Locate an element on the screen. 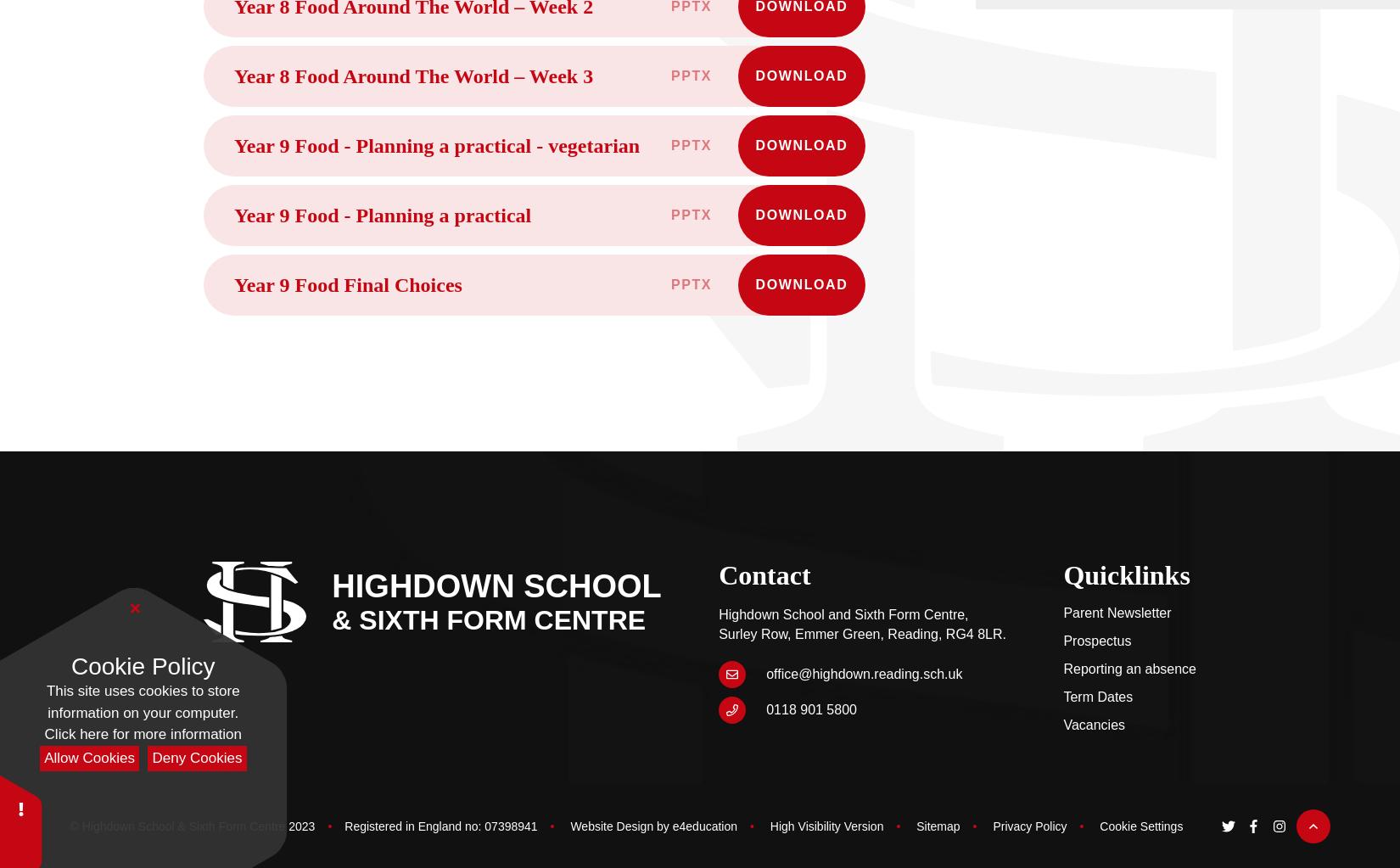 The width and height of the screenshot is (1400, 868). 'Year 9 Food - Planning a practical' is located at coordinates (381, 214).